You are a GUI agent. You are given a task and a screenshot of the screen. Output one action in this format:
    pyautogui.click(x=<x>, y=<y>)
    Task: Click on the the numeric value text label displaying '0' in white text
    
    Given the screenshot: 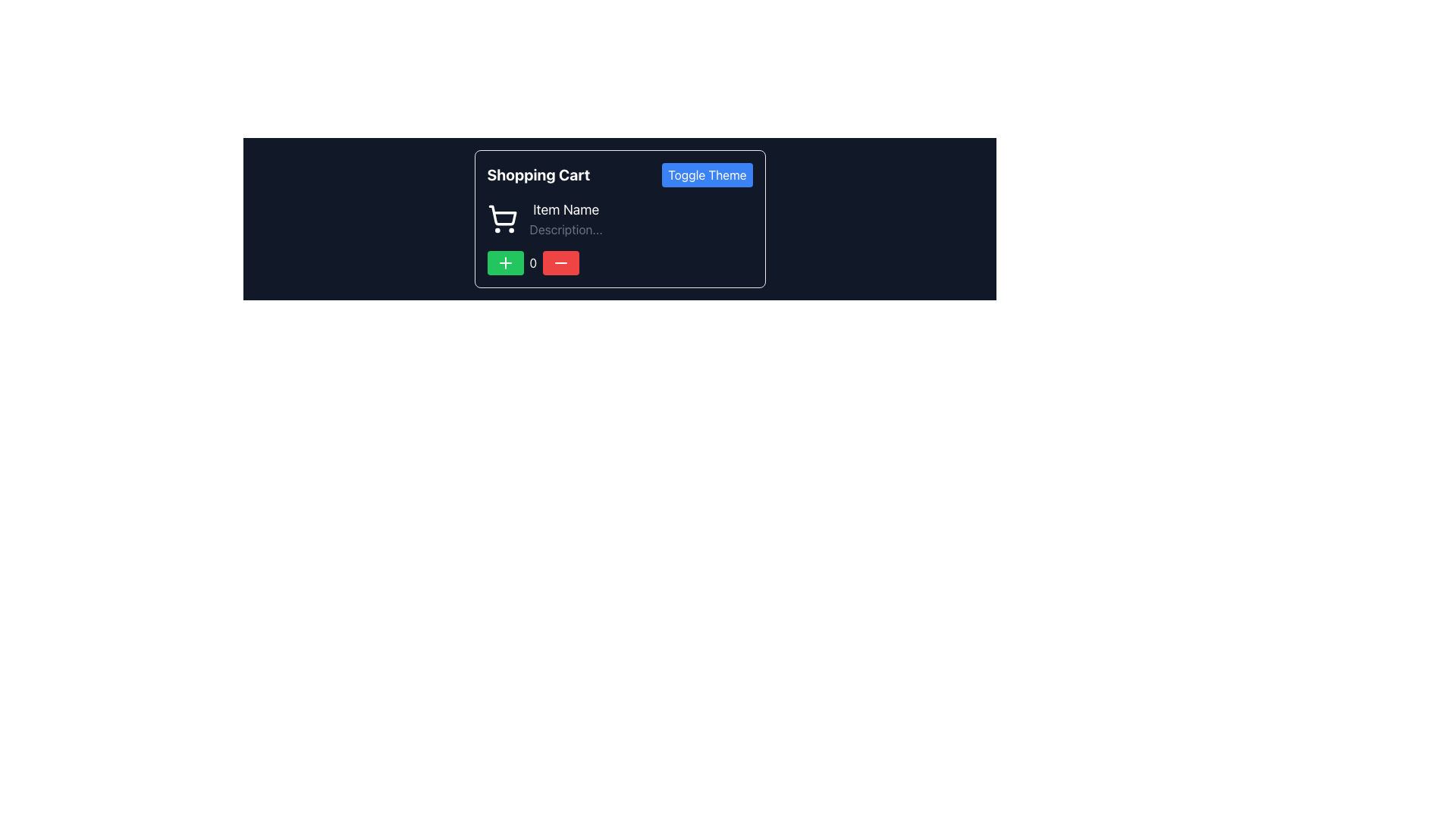 What is the action you would take?
    pyautogui.click(x=533, y=262)
    